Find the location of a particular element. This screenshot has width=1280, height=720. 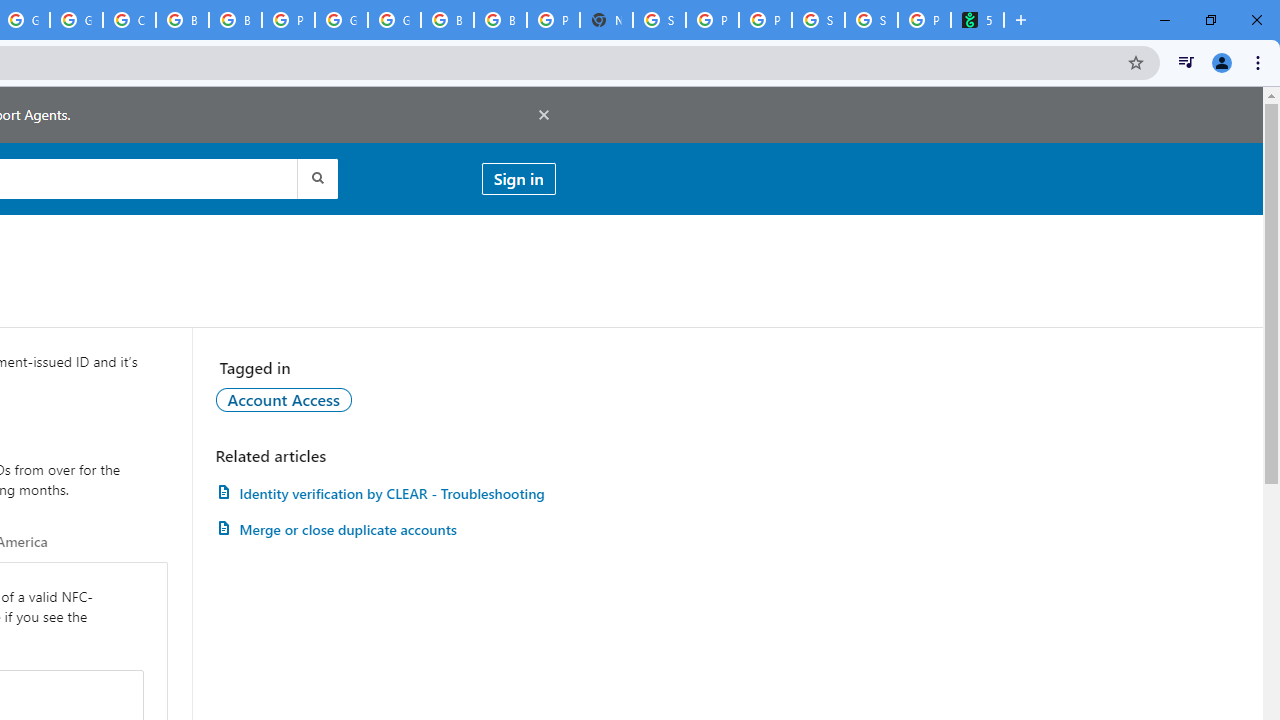

'Google Cloud Platform' is located at coordinates (341, 20).